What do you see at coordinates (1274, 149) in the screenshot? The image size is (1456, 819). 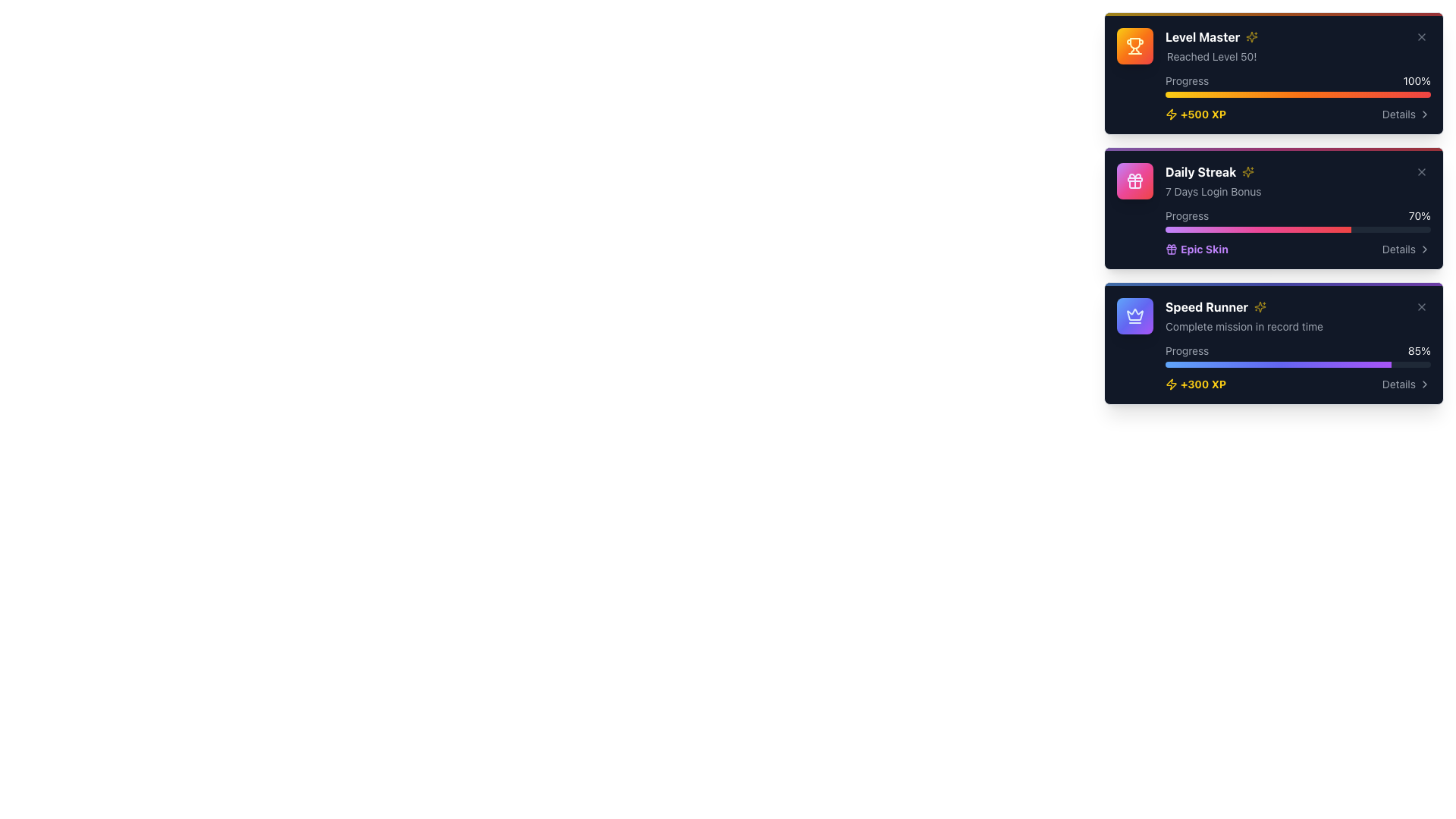 I see `the progress bar indicating 70% completion for the daily streak, located below the '7 Days Login Bonus' text` at bounding box center [1274, 149].